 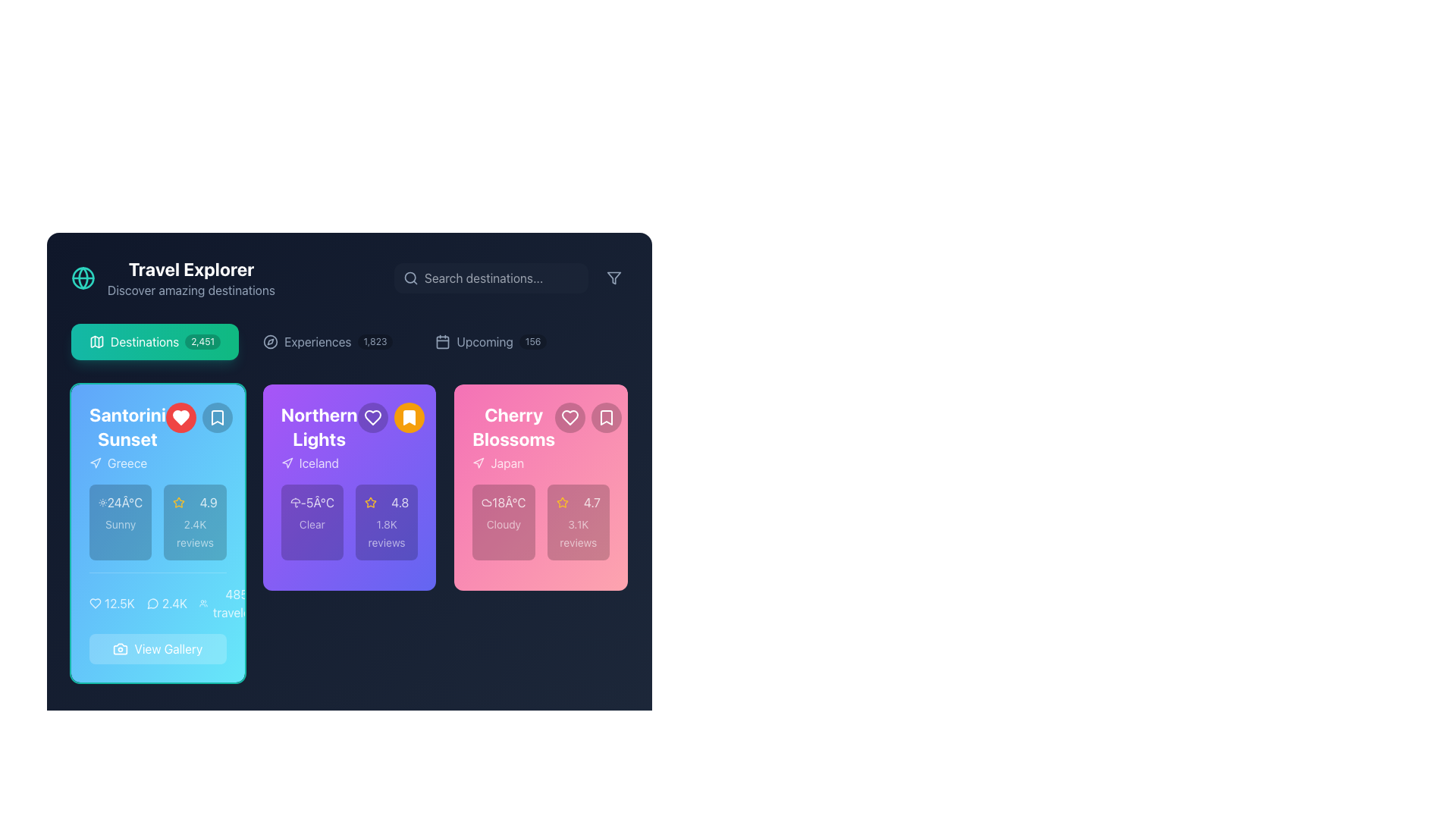 I want to click on the Informational component displaying weather and rating summary, which consists of two rectangular sections within a purple card labeled 'Northern Lights.' The left section shows a weather icon with '-5°C' and 'Clear,' while the right section displays a star icon with a rating of '4.8' and '1.8K reviews.', so click(x=348, y=522).